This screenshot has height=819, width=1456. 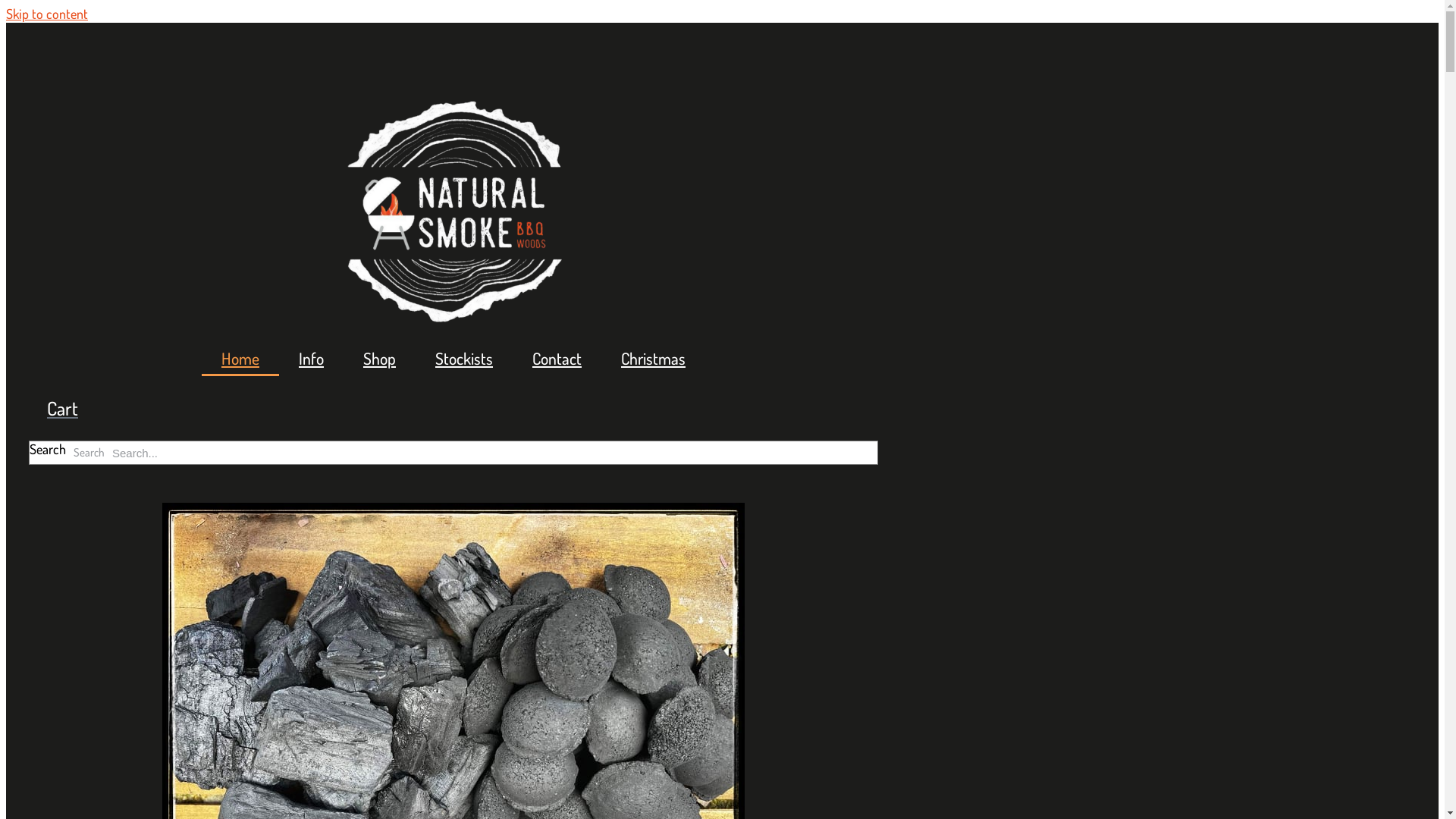 What do you see at coordinates (463, 359) in the screenshot?
I see `'Stockists'` at bounding box center [463, 359].